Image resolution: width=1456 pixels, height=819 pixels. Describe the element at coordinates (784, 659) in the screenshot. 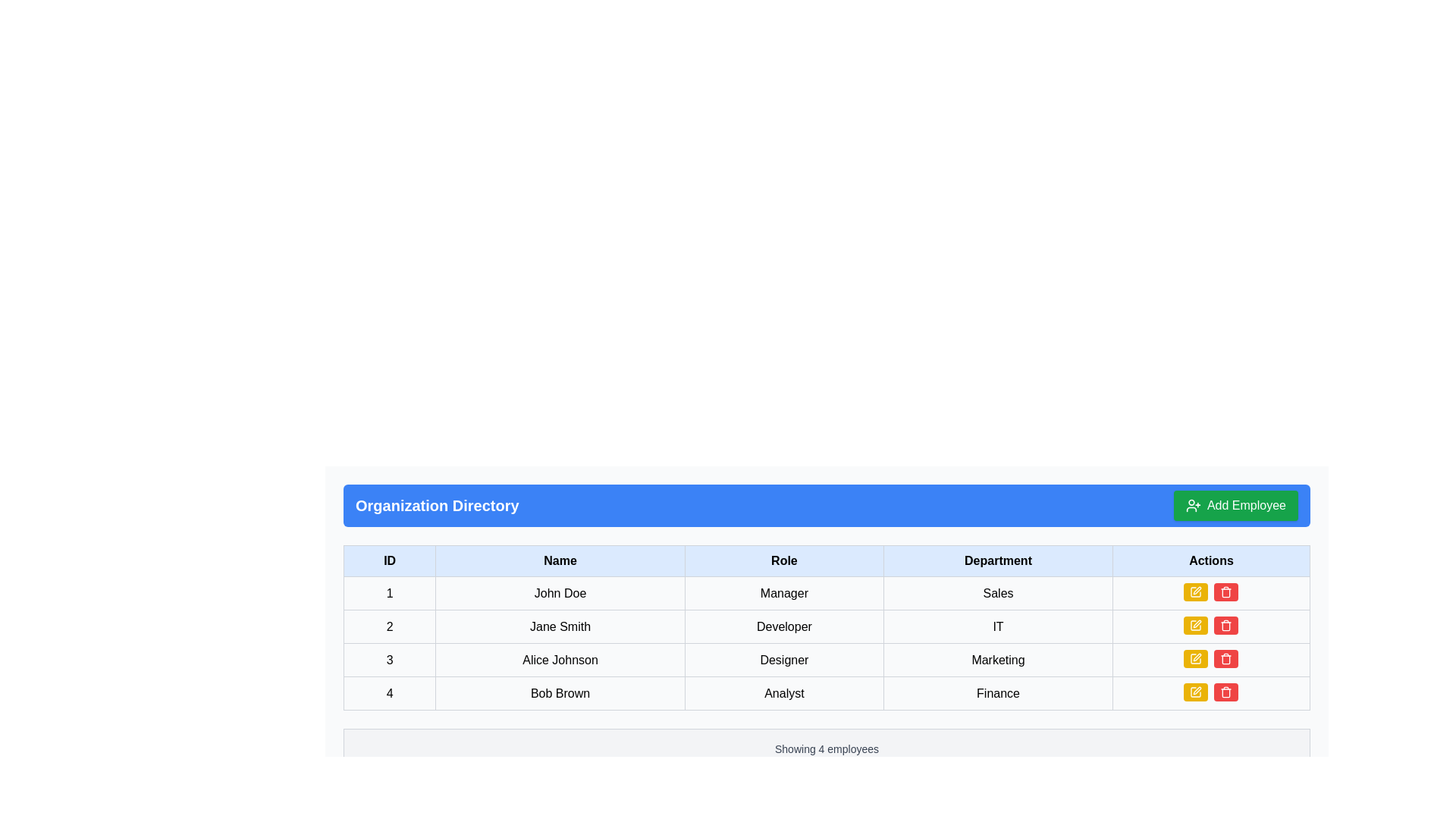

I see `displayed text in the text cell labeled 'Designer' located in the third row of the data grid under the 'Role' column, which is positioned between 'Alice Johnson' and 'Marketing'` at that location.